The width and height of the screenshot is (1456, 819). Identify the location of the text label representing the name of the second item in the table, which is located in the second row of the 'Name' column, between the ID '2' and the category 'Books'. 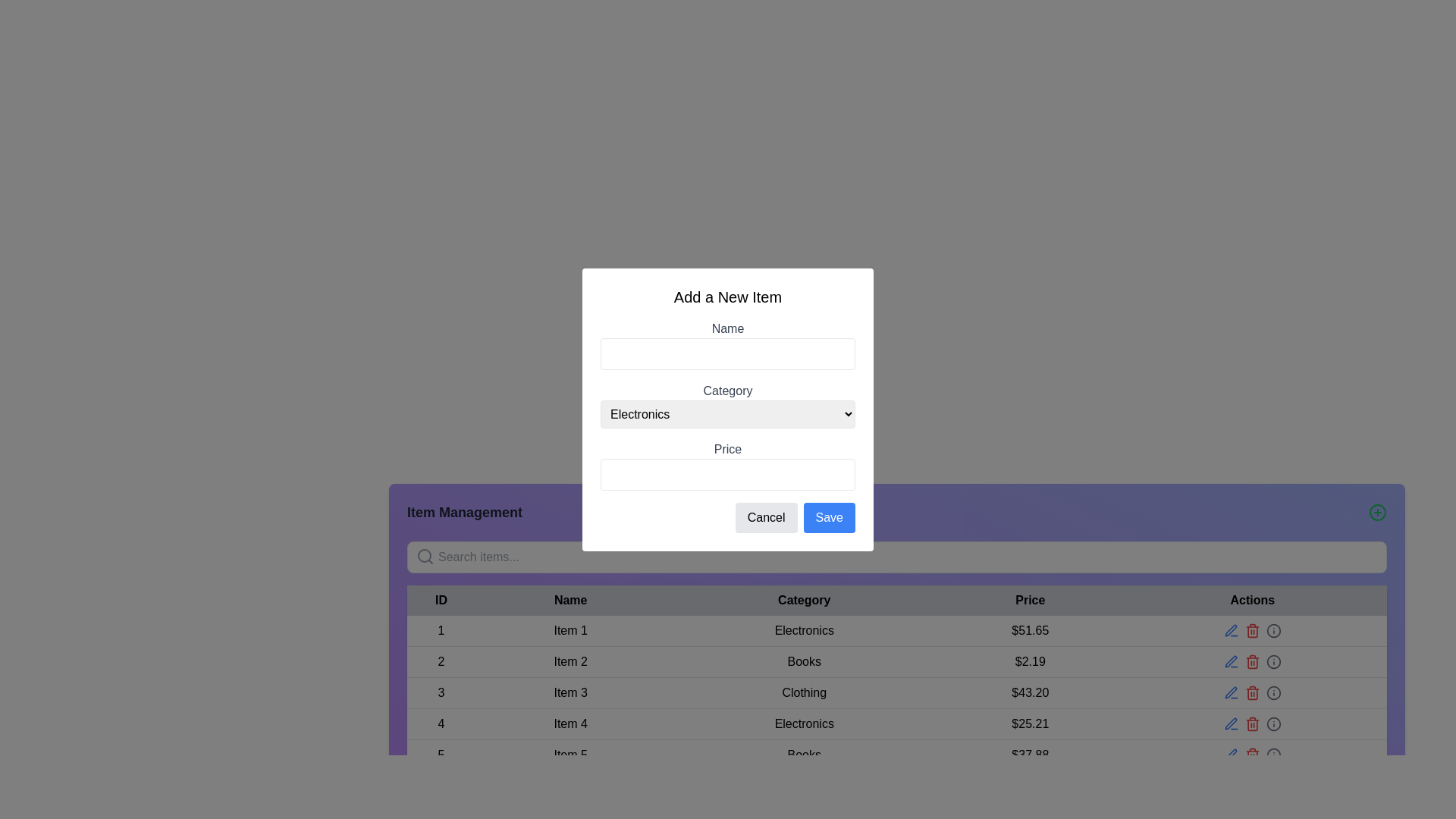
(570, 661).